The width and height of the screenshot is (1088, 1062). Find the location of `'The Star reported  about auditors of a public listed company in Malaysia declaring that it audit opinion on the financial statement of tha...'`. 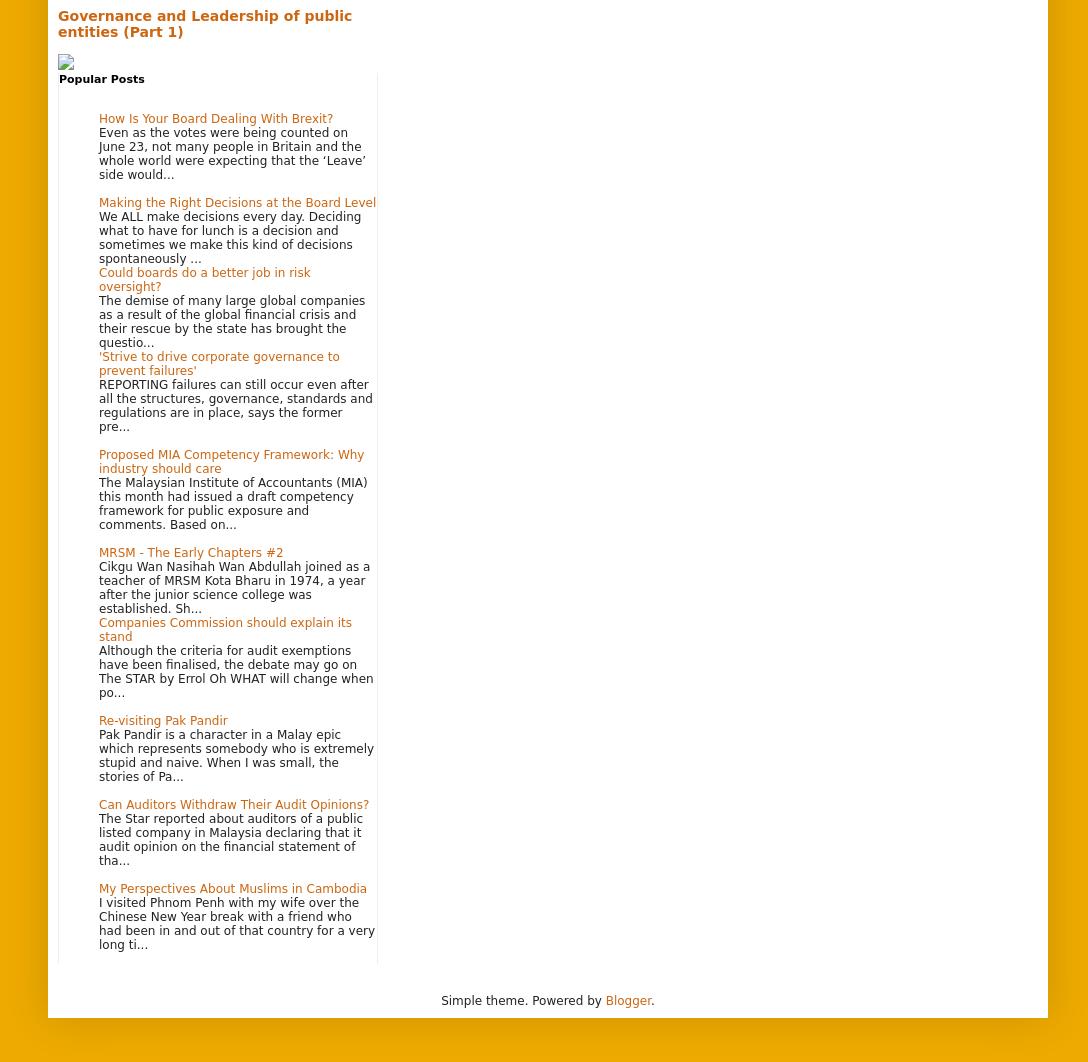

'The Star reported  about auditors of a public listed company in Malaysia declaring that it audit opinion on the financial statement of tha...' is located at coordinates (229, 837).